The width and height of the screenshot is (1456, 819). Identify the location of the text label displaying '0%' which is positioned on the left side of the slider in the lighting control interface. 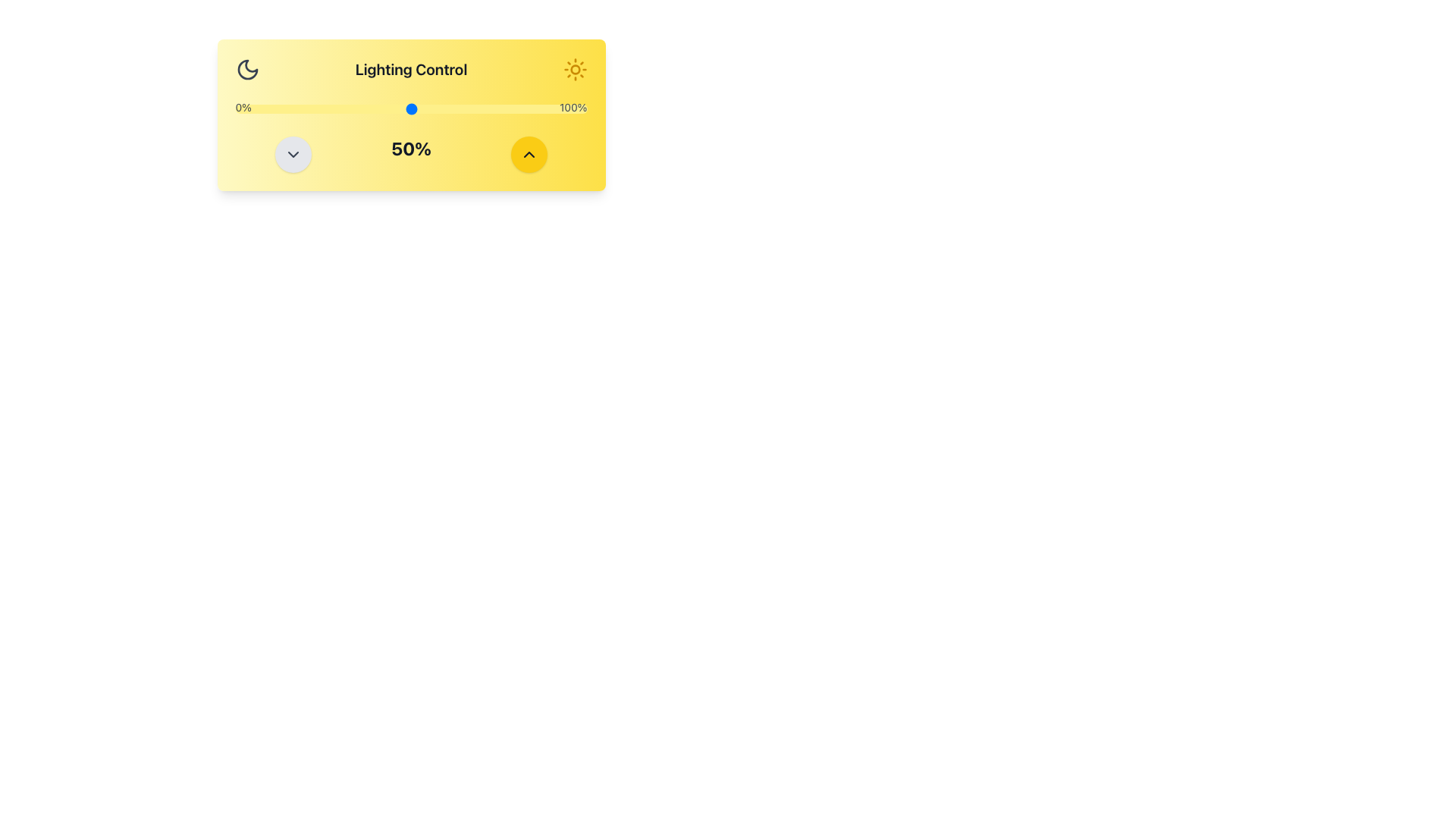
(243, 108).